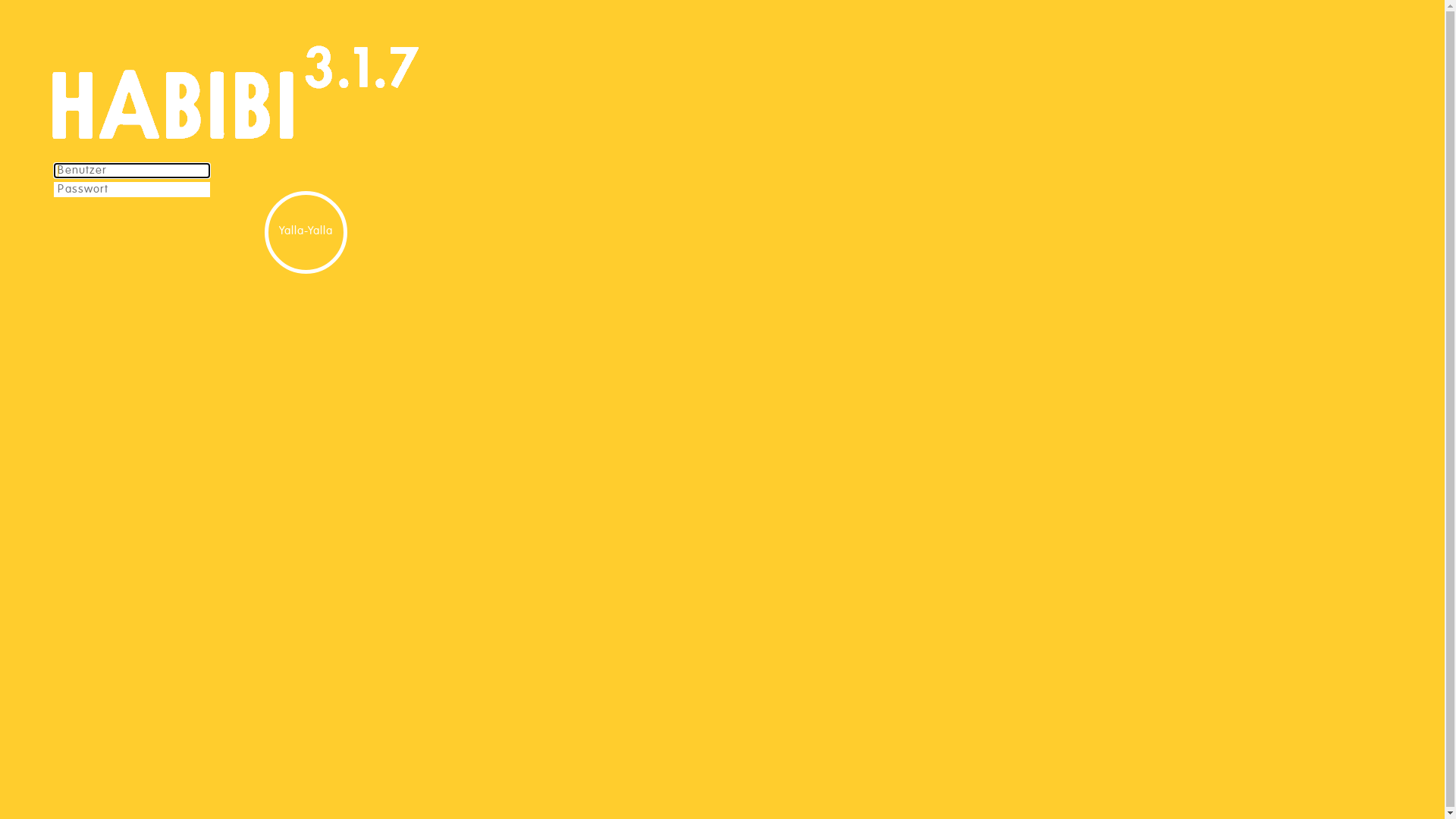 This screenshot has height=819, width=1456. I want to click on 'Habibi', so click(175, 90).